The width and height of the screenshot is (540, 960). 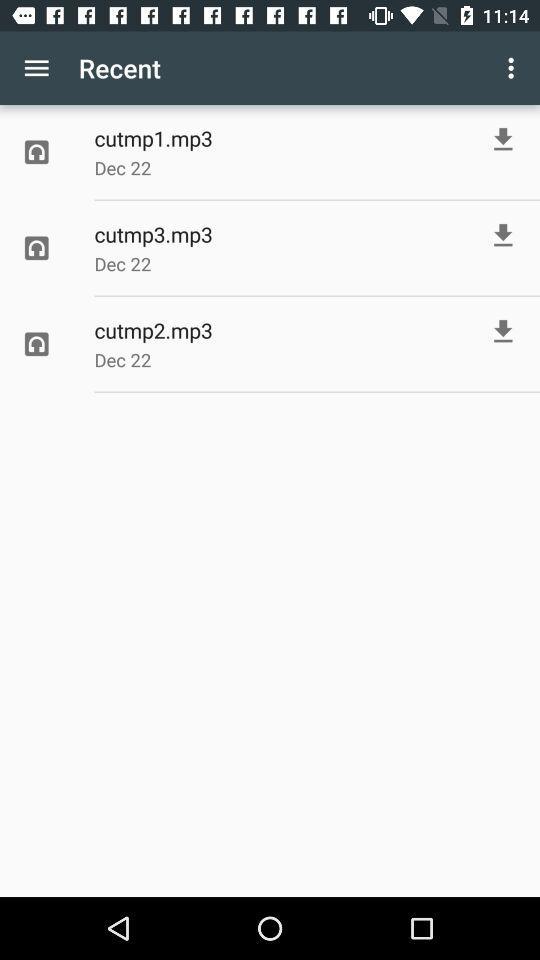 I want to click on the app to the left of recent icon, so click(x=36, y=68).